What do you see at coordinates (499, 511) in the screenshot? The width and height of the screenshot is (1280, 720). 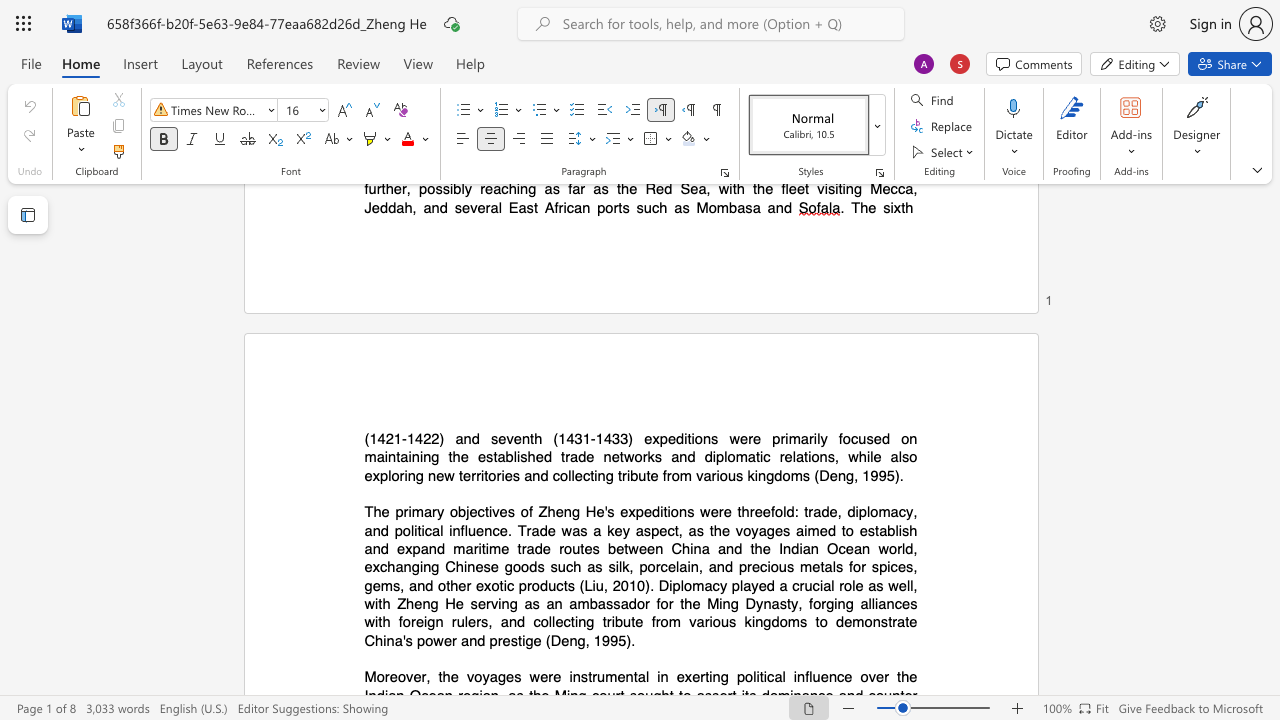 I see `the subset text "es" within the text "objectives"` at bounding box center [499, 511].